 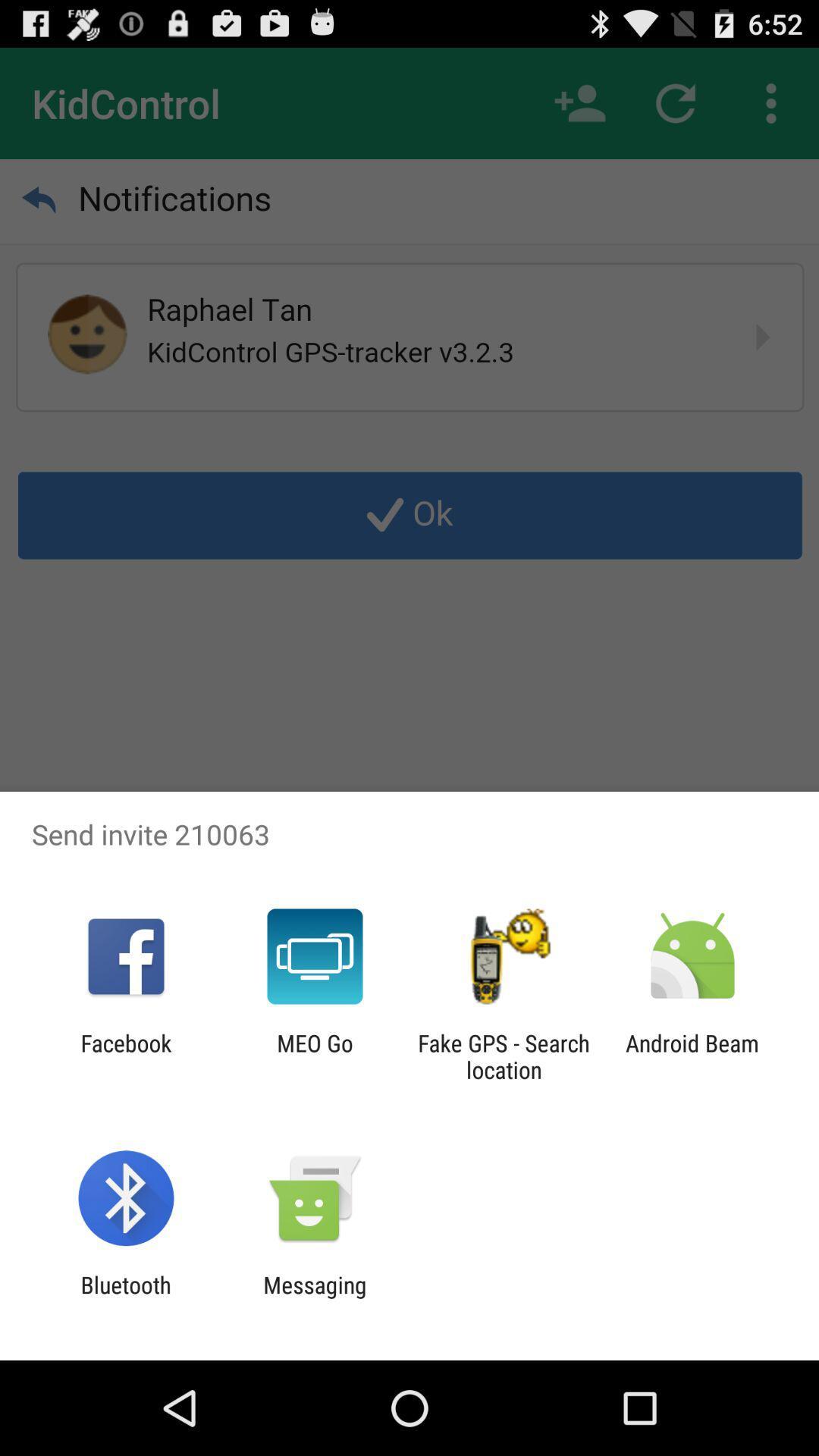 What do you see at coordinates (314, 1298) in the screenshot?
I see `the messaging` at bounding box center [314, 1298].